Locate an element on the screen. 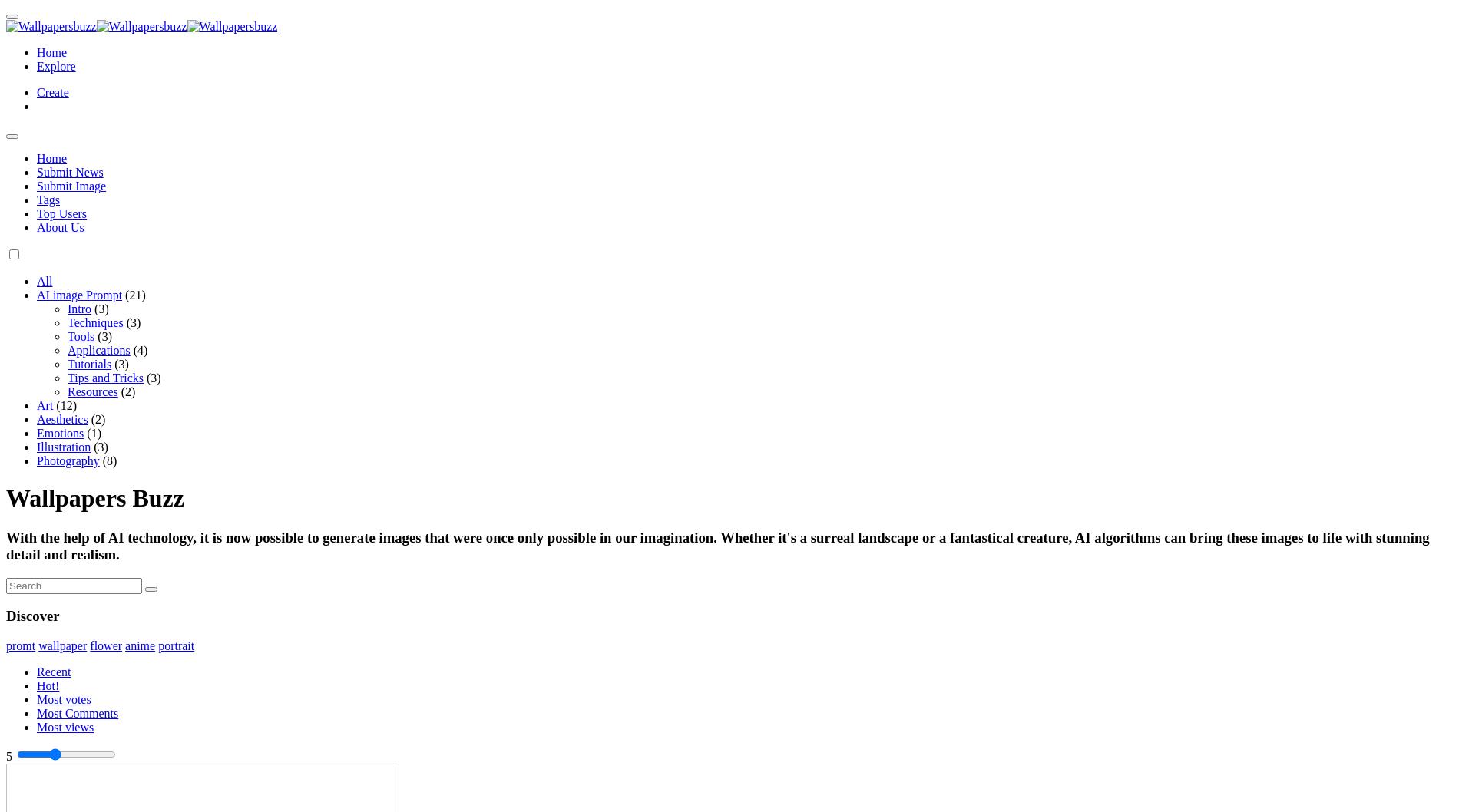 This screenshot has height=812, width=1459. 'Hot!' is located at coordinates (48, 685).